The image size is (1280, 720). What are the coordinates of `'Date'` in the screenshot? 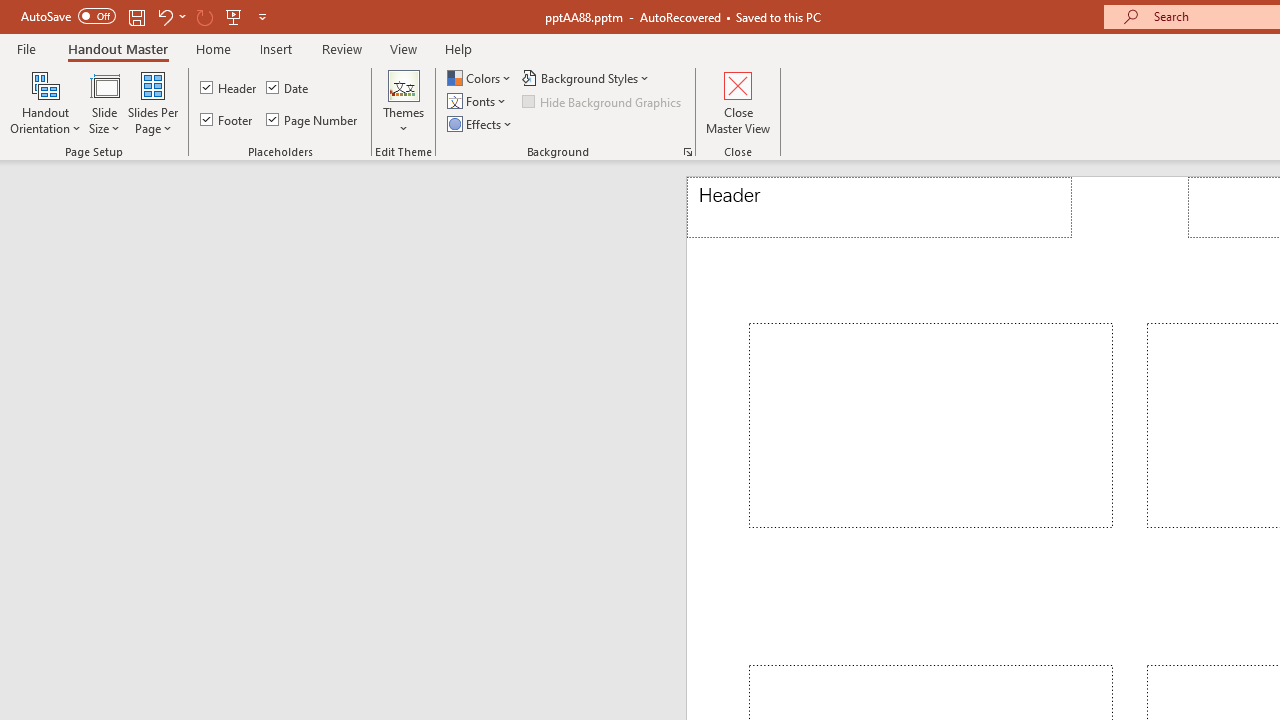 It's located at (287, 86).